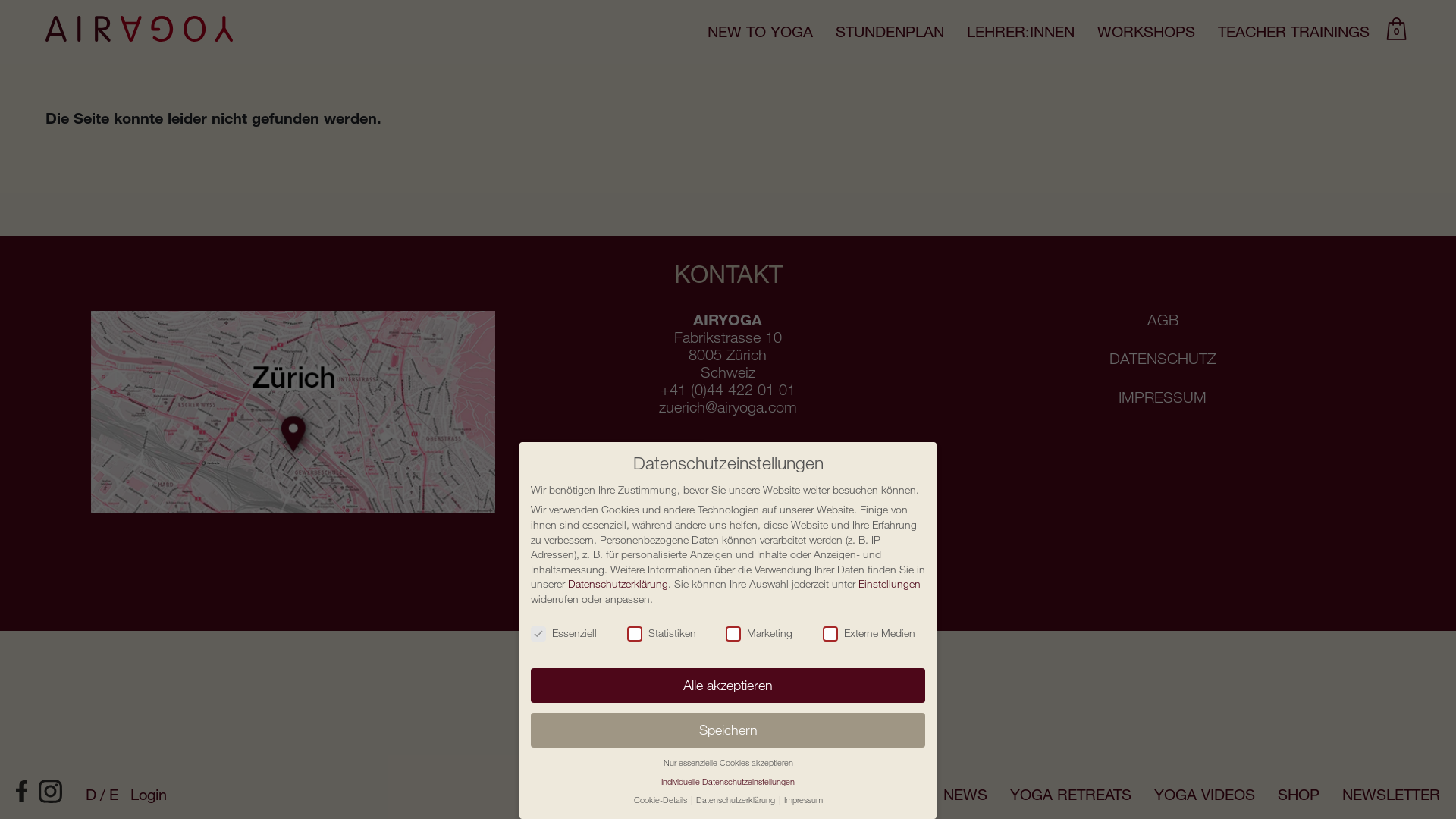 The image size is (1456, 819). I want to click on 'YOGA VIDEOS', so click(1203, 793).